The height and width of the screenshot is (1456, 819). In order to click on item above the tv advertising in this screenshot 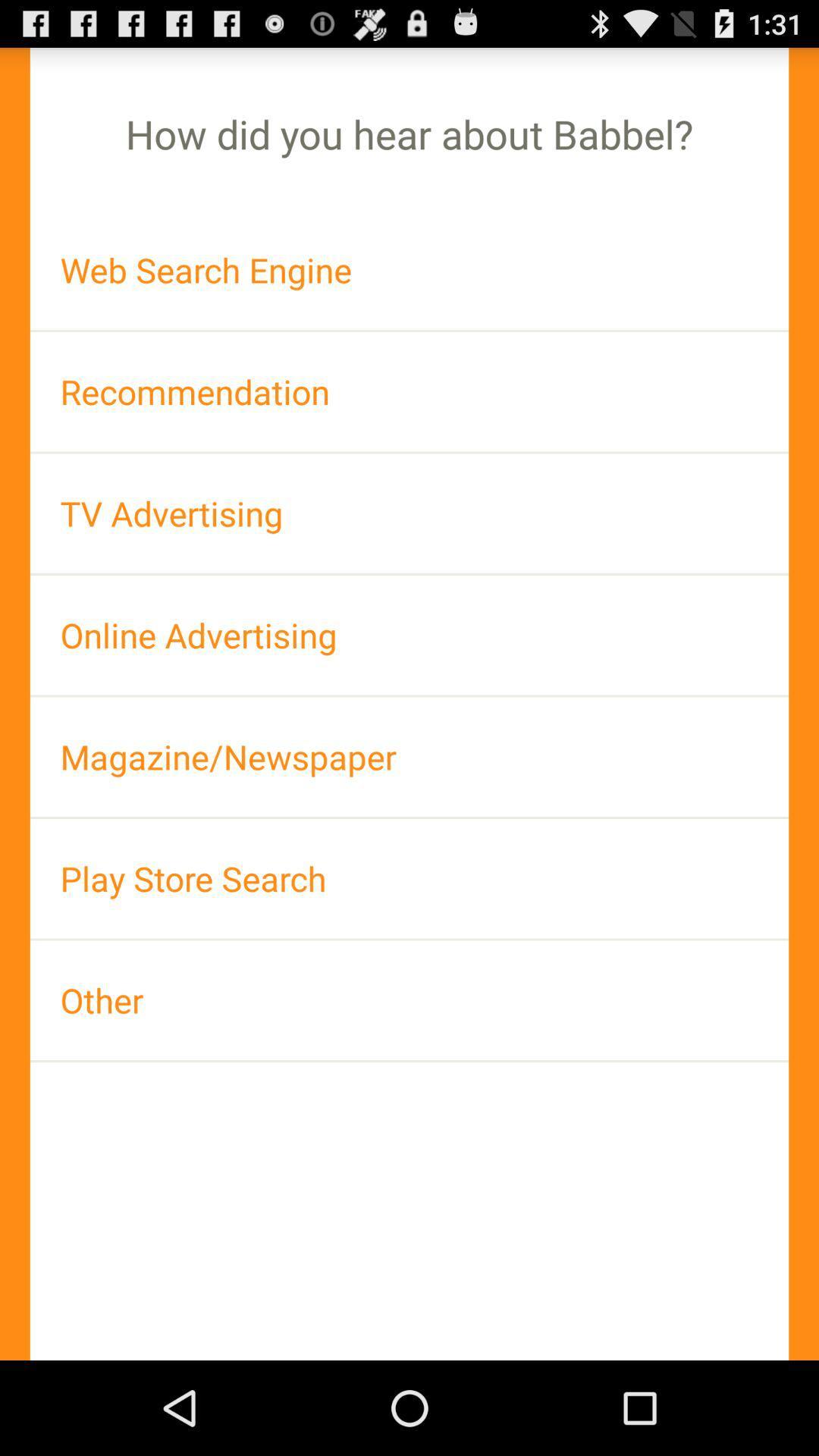, I will do `click(409, 391)`.